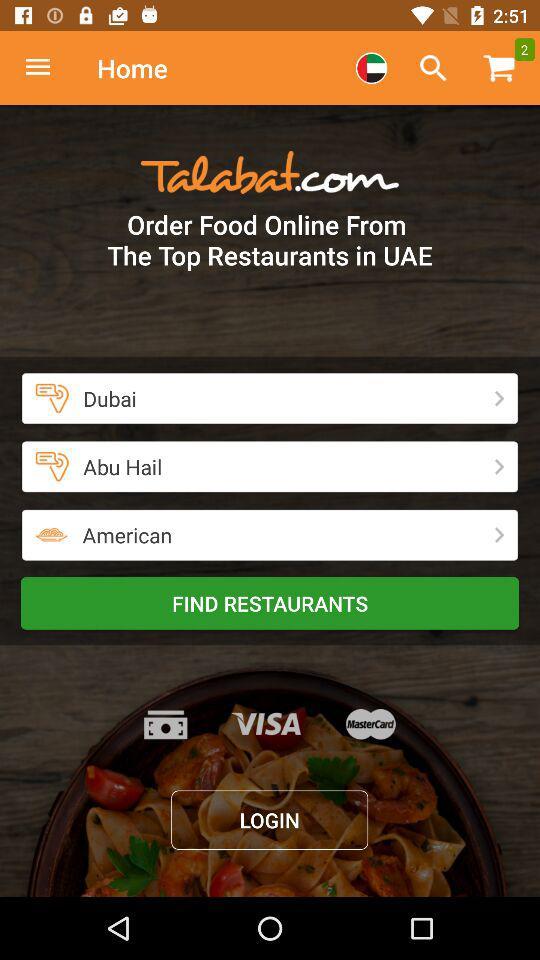 The height and width of the screenshot is (960, 540). Describe the element at coordinates (370, 68) in the screenshot. I see `menu selection` at that location.